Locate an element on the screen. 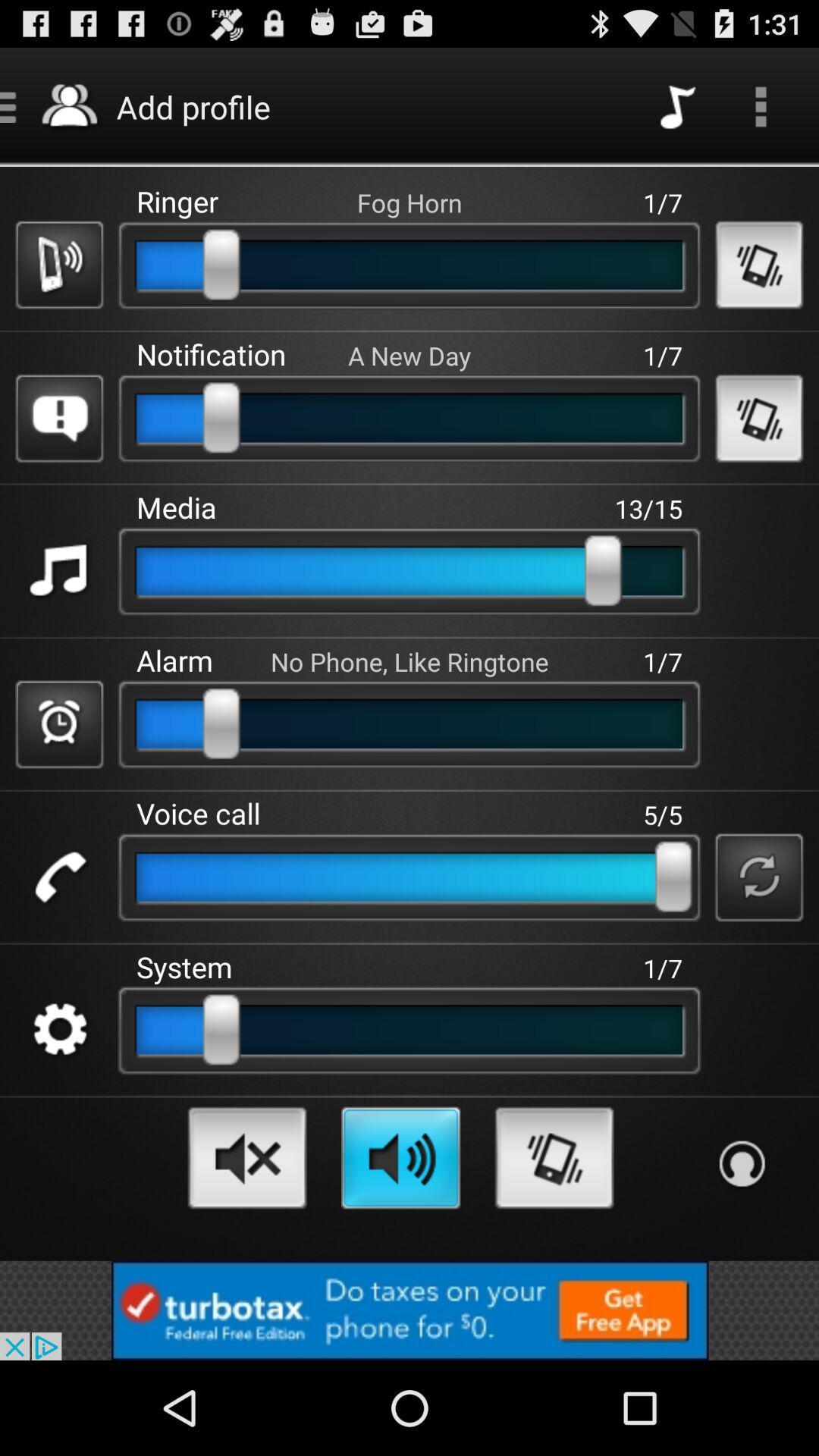 The width and height of the screenshot is (819, 1456). go view option is located at coordinates (761, 105).